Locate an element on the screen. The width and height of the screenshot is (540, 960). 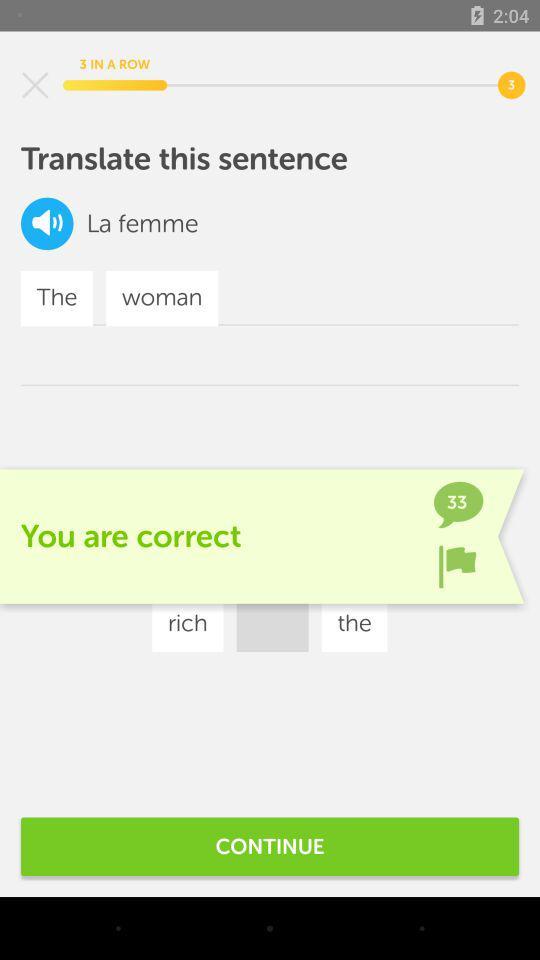
icon to the left of the the item is located at coordinates (187, 623).